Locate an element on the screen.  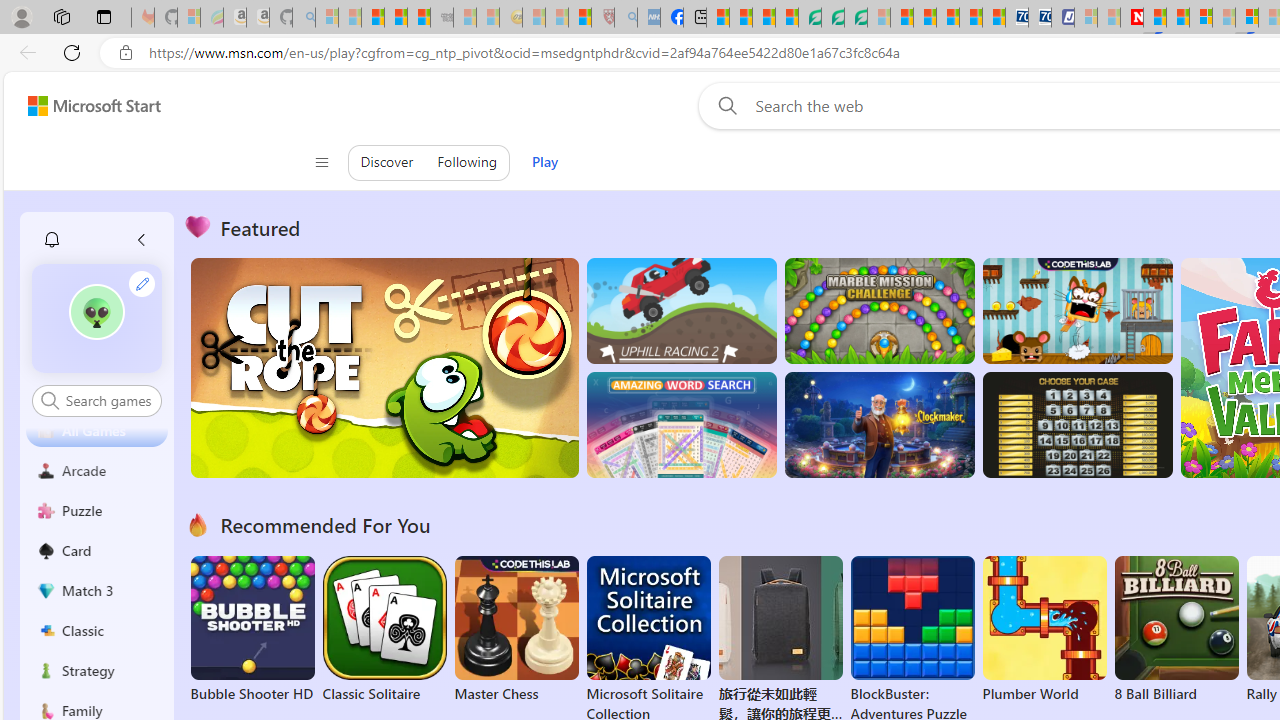
'Class: profile-edit' is located at coordinates (141, 283).